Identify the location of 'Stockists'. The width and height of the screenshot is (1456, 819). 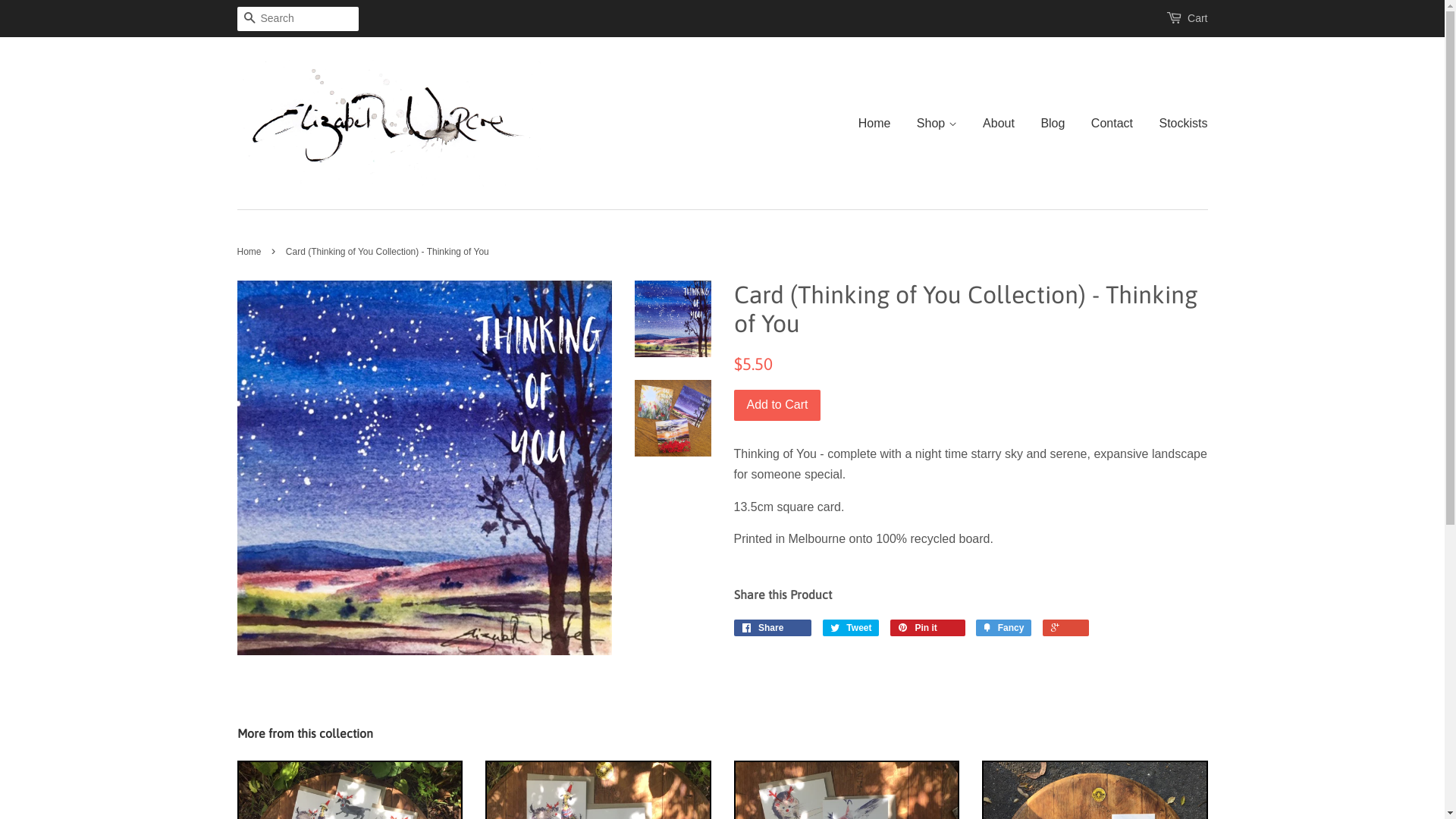
(1176, 122).